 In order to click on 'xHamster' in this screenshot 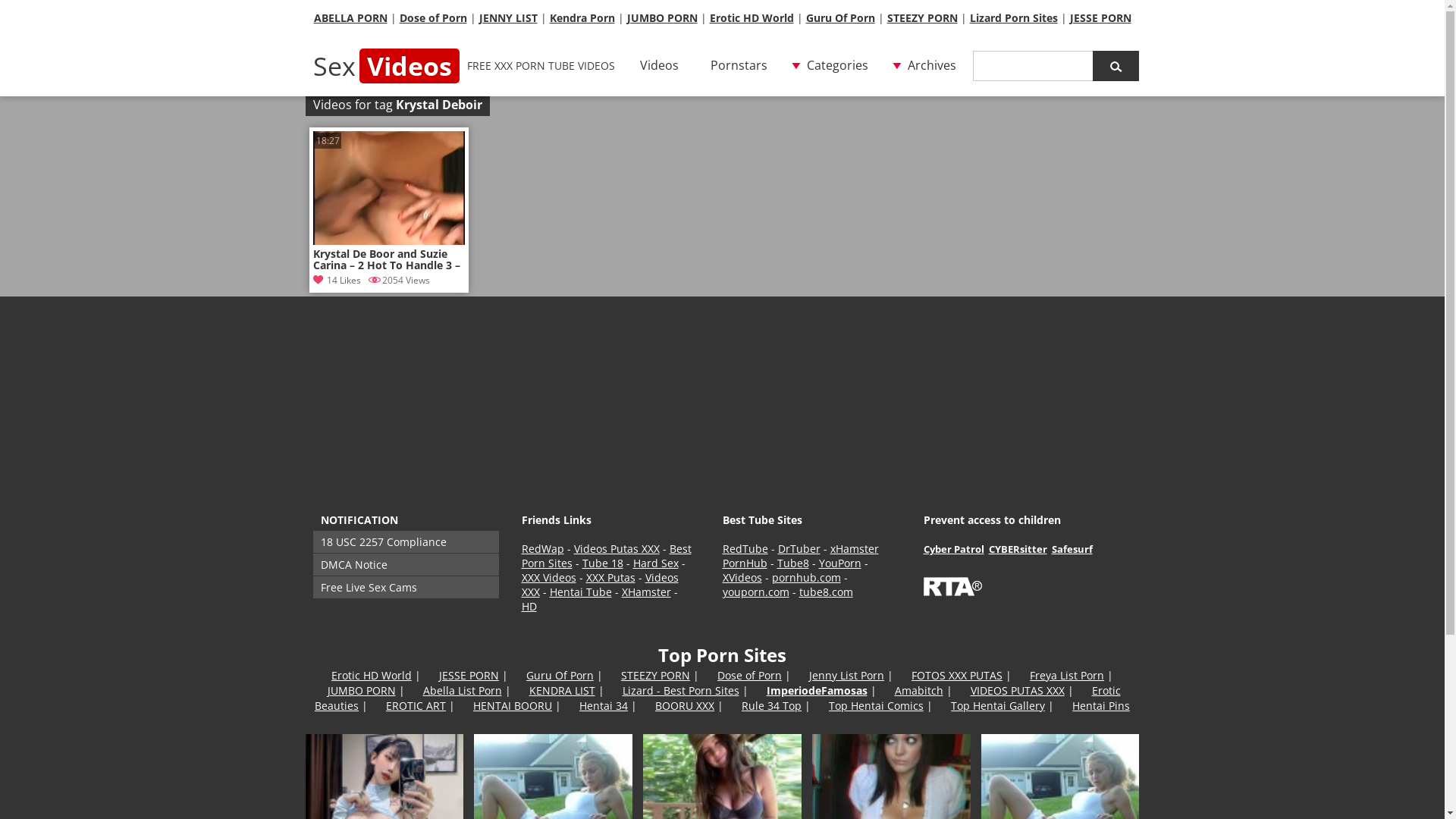, I will do `click(854, 548)`.